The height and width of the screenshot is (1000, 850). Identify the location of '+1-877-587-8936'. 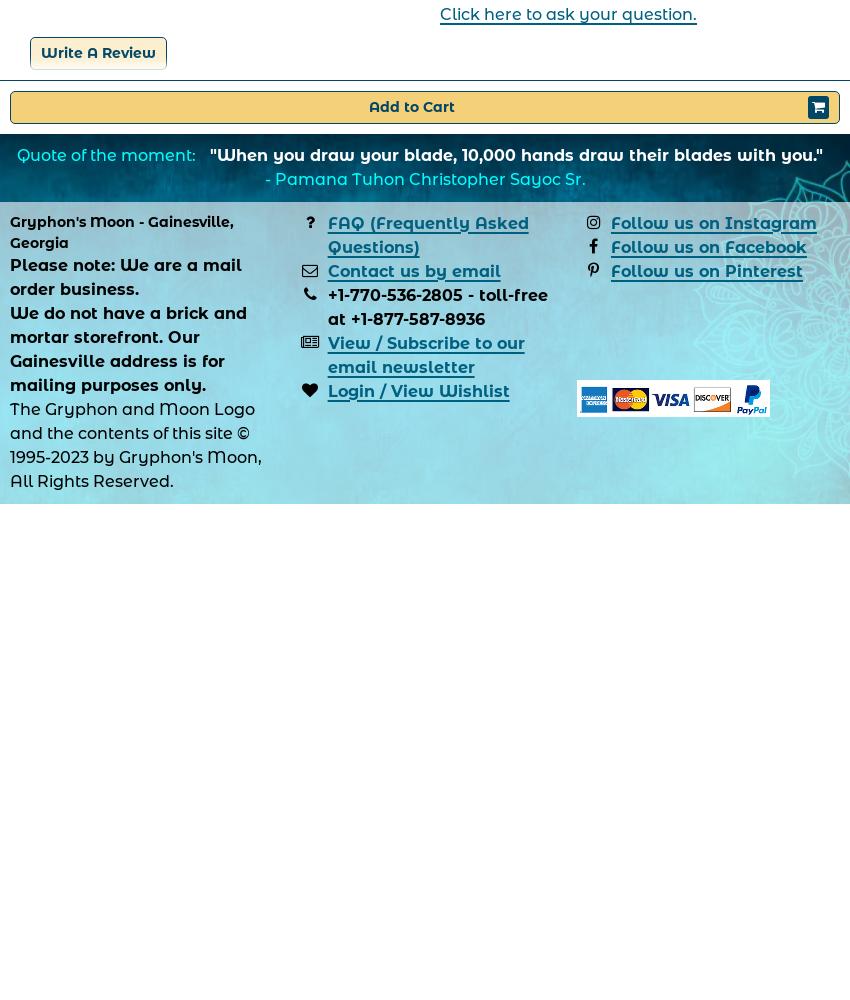
(417, 317).